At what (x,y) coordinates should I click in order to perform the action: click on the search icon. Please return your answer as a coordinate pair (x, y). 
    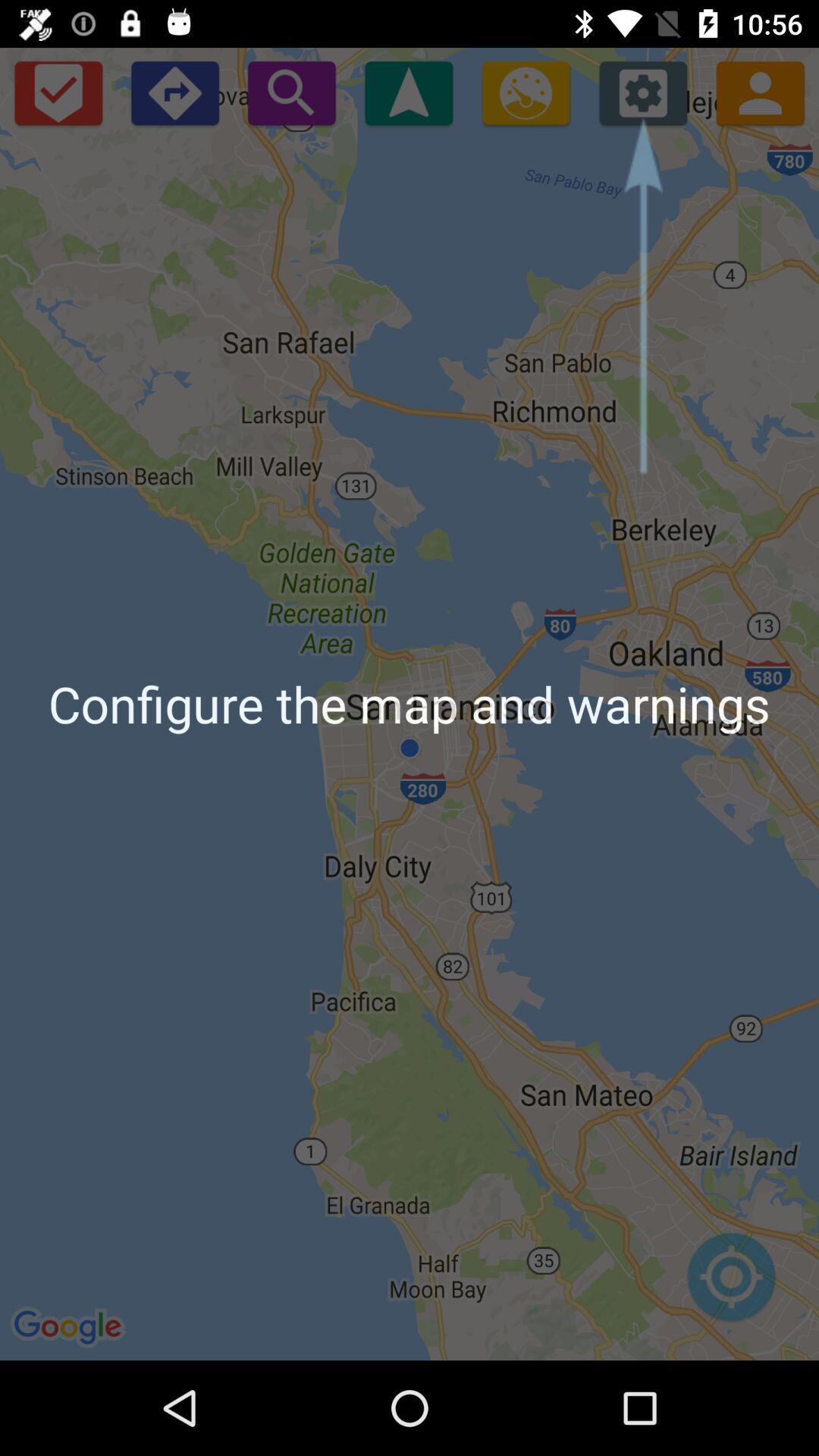
    Looking at the image, I should click on (291, 92).